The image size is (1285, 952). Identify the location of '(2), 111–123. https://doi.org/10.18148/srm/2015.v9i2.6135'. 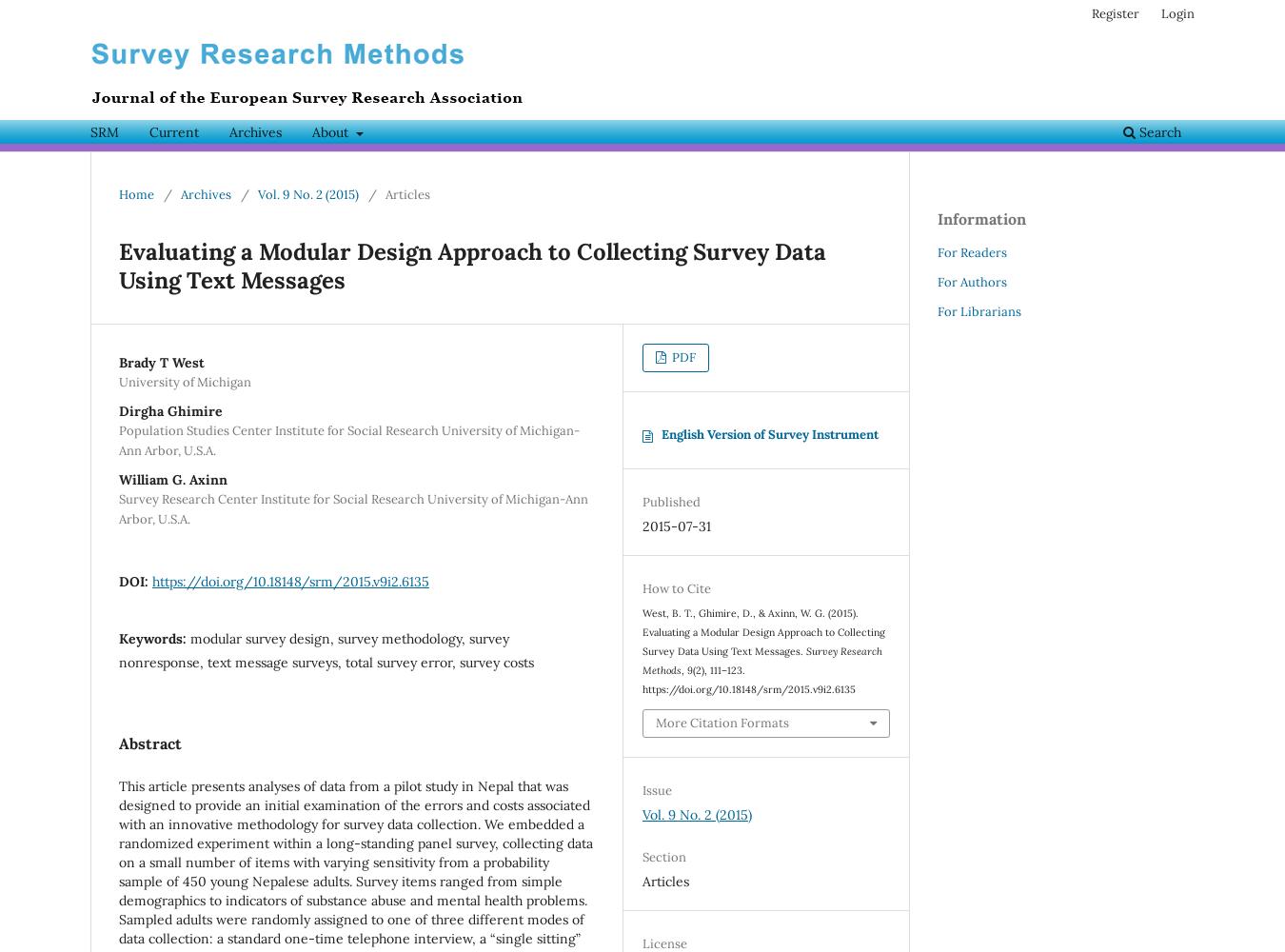
(642, 679).